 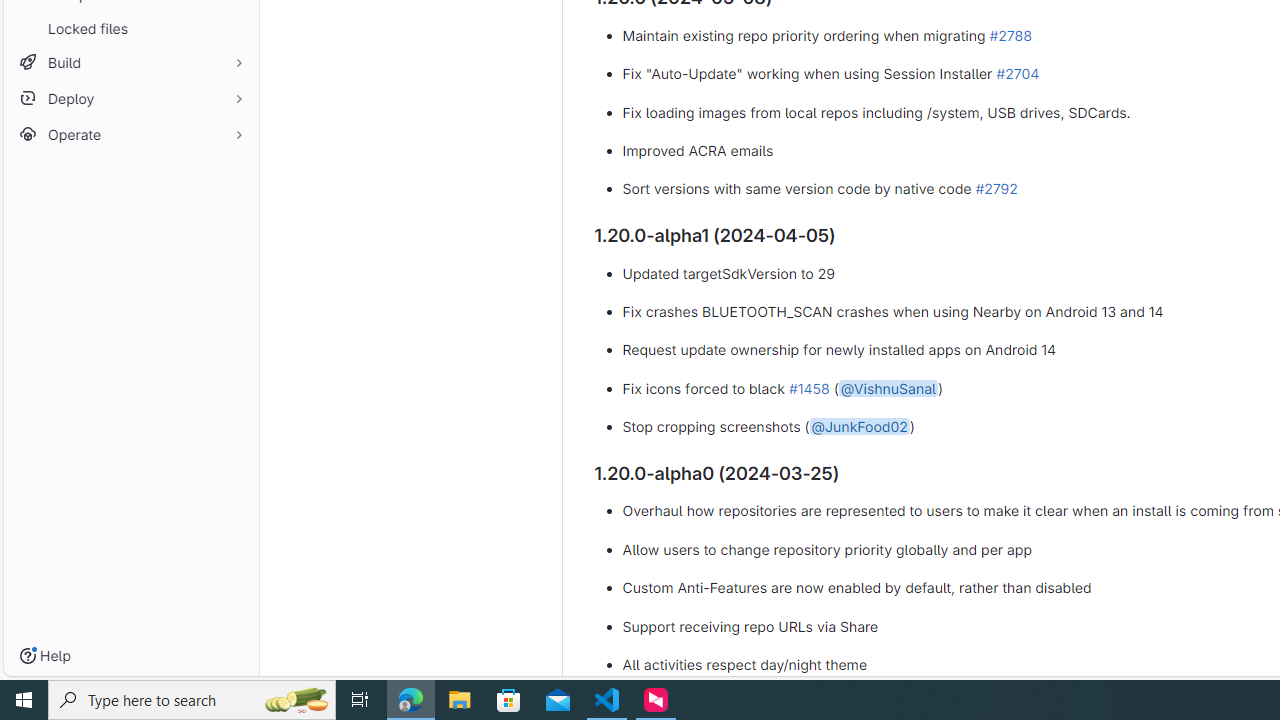 I want to click on 'Deploy', so click(x=130, y=98).